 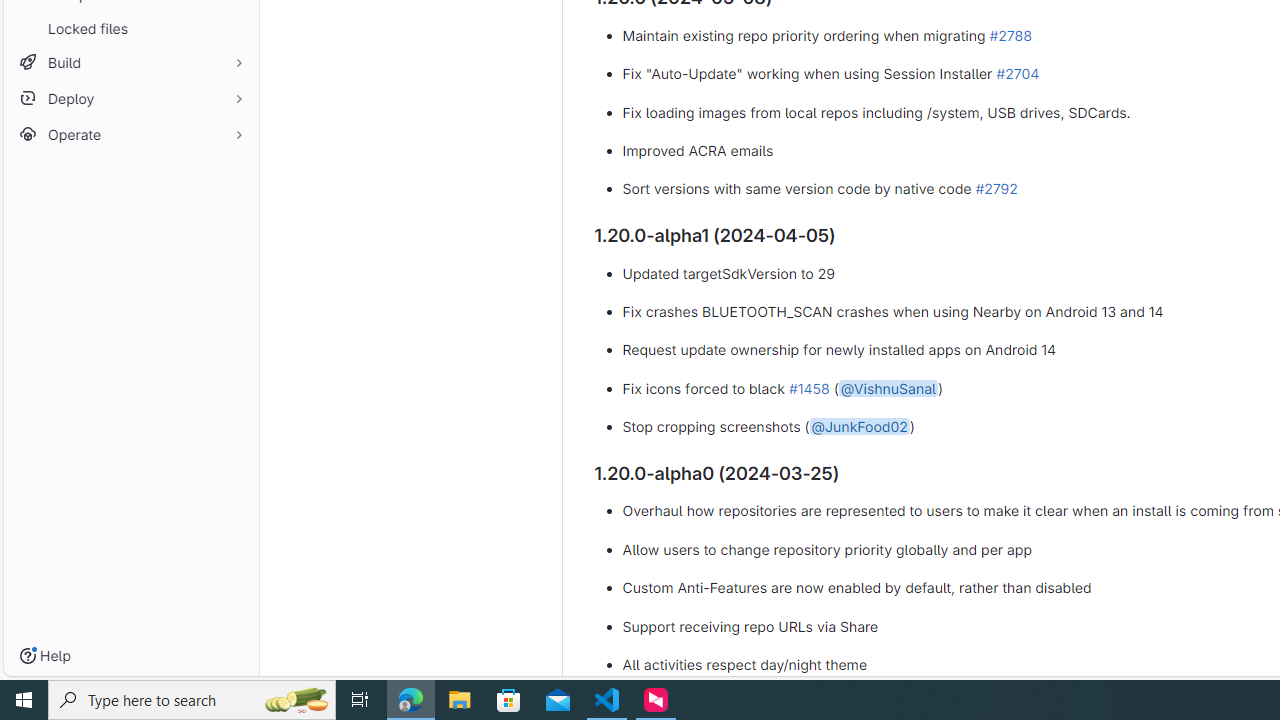 I want to click on 'Deploy', so click(x=130, y=98).